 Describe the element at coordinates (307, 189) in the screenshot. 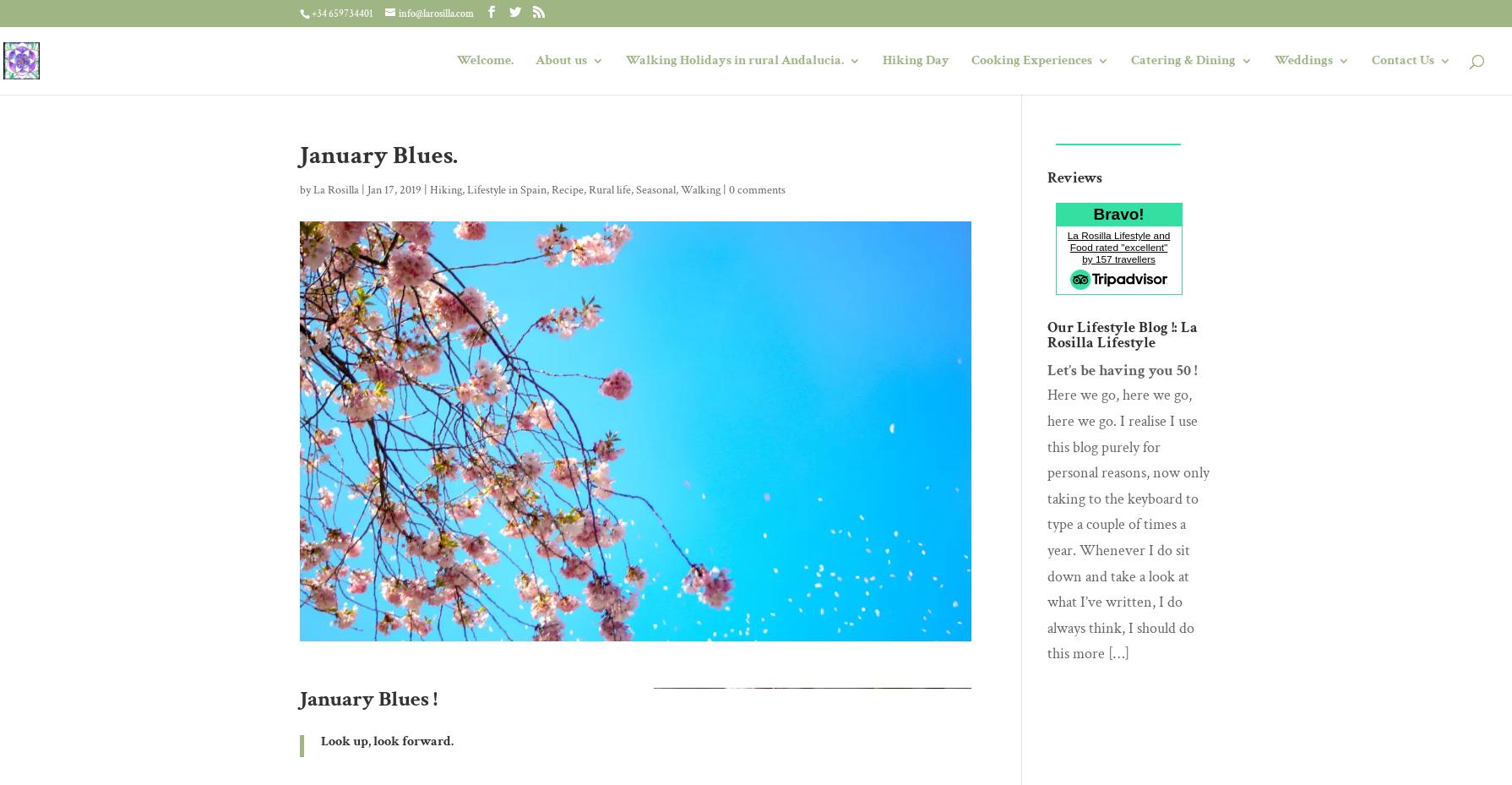

I see `'by'` at that location.